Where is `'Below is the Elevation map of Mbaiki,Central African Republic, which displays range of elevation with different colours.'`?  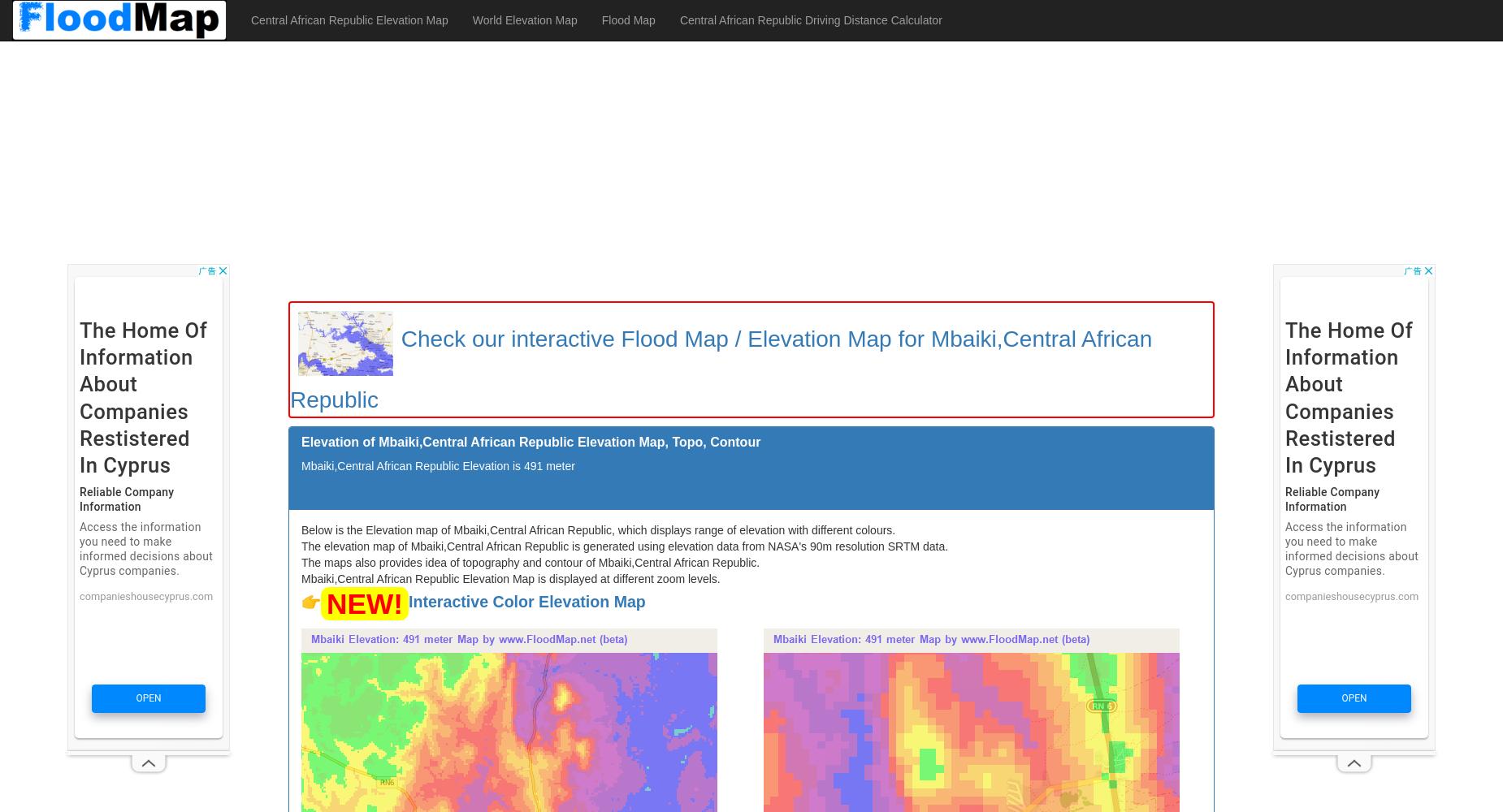
'Below is the Elevation map of Mbaiki,Central African Republic, which displays range of elevation with different colours.' is located at coordinates (598, 529).